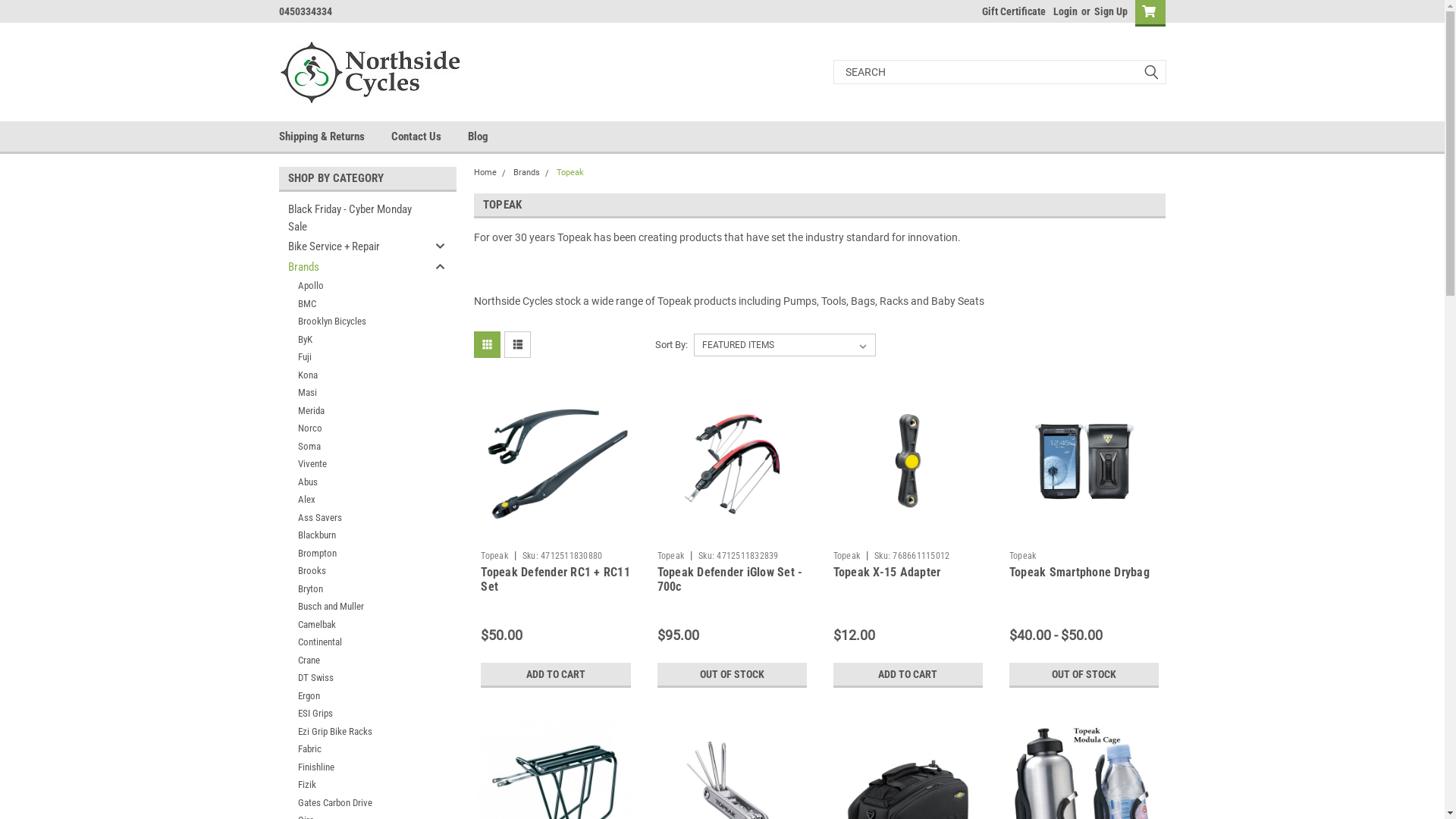 This screenshot has width=1456, height=819. I want to click on 'Sku: 768661115012', so click(911, 555).